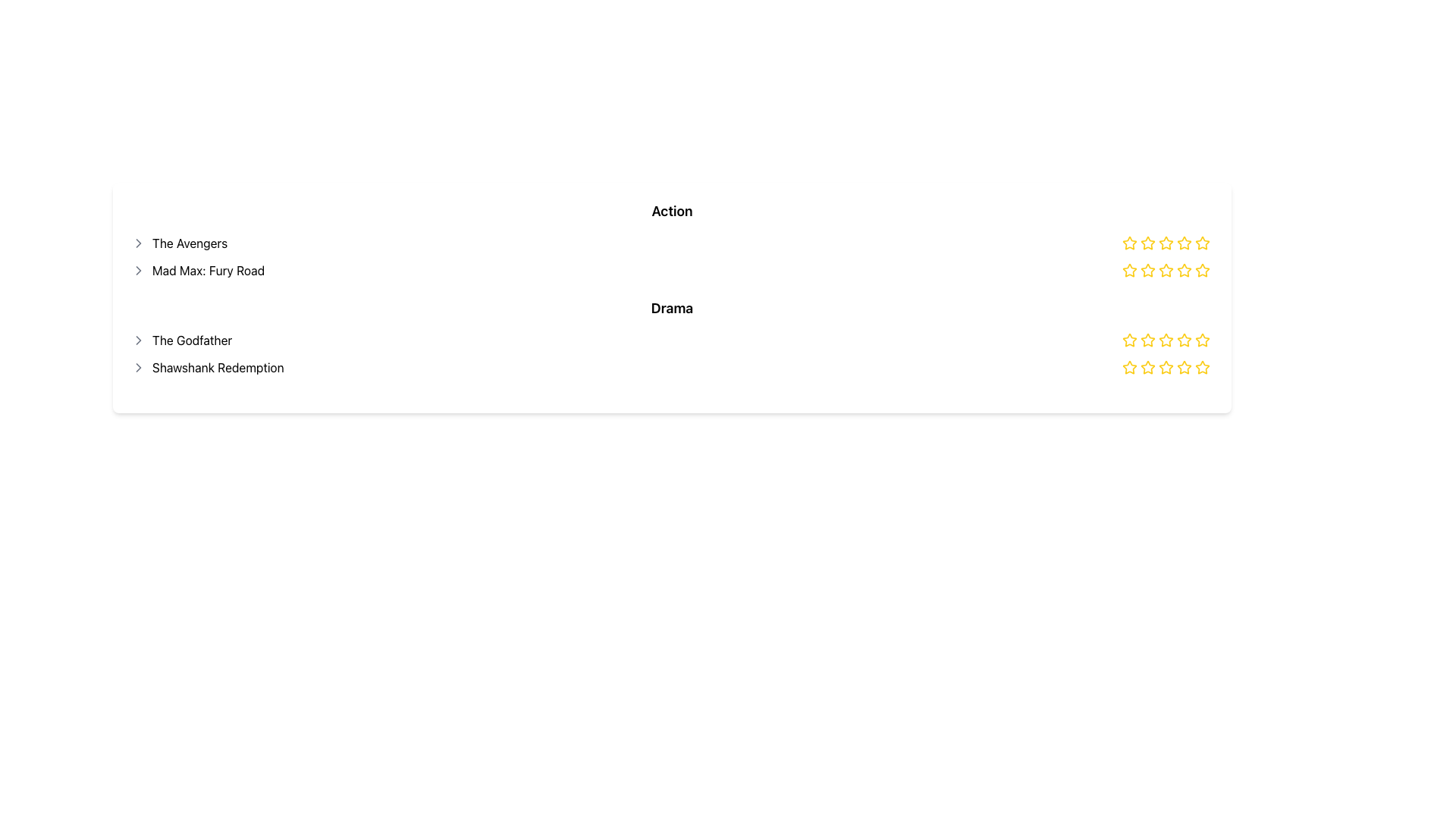  What do you see at coordinates (197, 270) in the screenshot?
I see `the text label 'Mad Max: Fury Road' which is the second item in the vertical list, located below 'The Avengers' and above 'The Godfather'` at bounding box center [197, 270].